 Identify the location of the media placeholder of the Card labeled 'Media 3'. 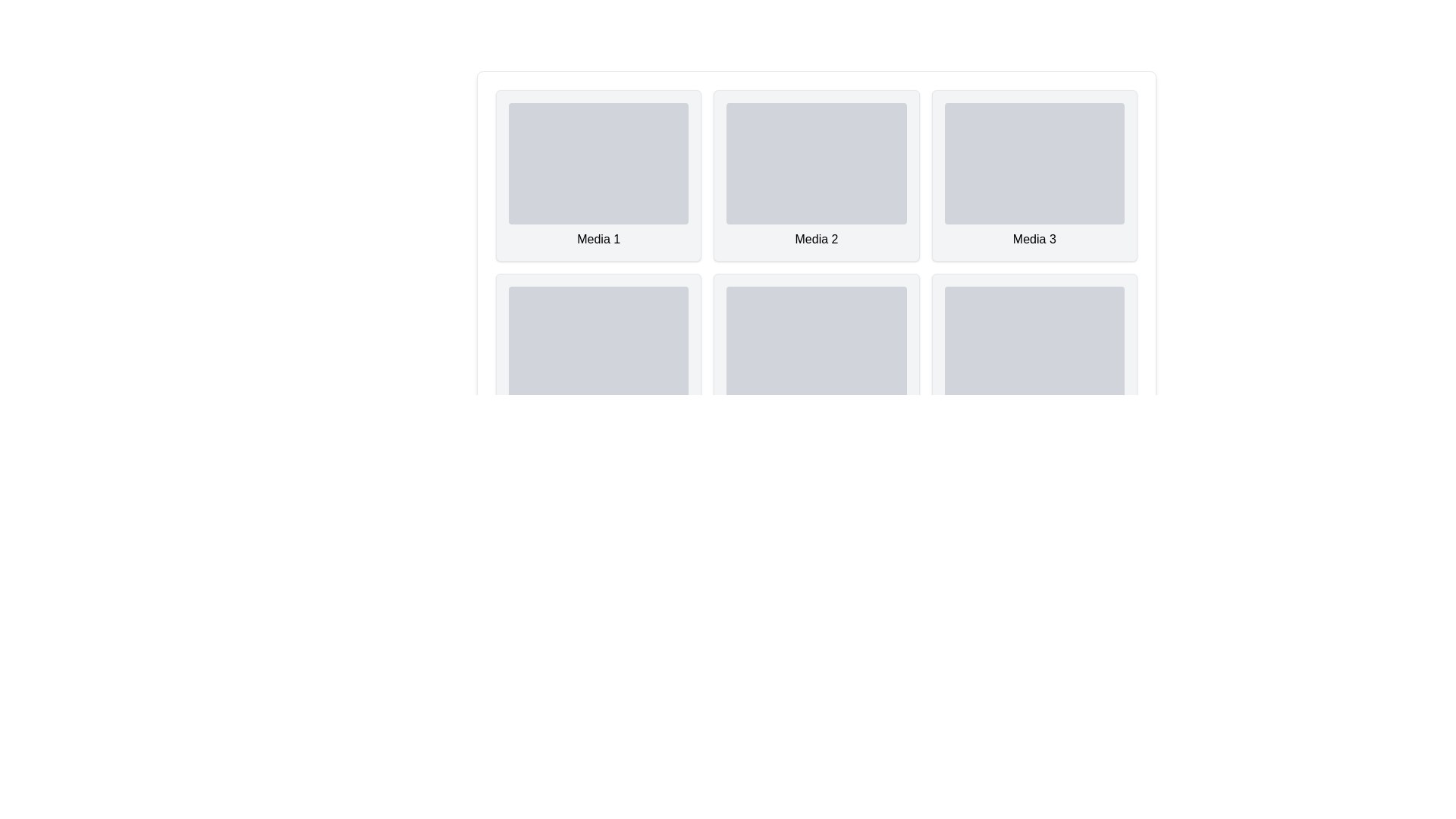
(1034, 174).